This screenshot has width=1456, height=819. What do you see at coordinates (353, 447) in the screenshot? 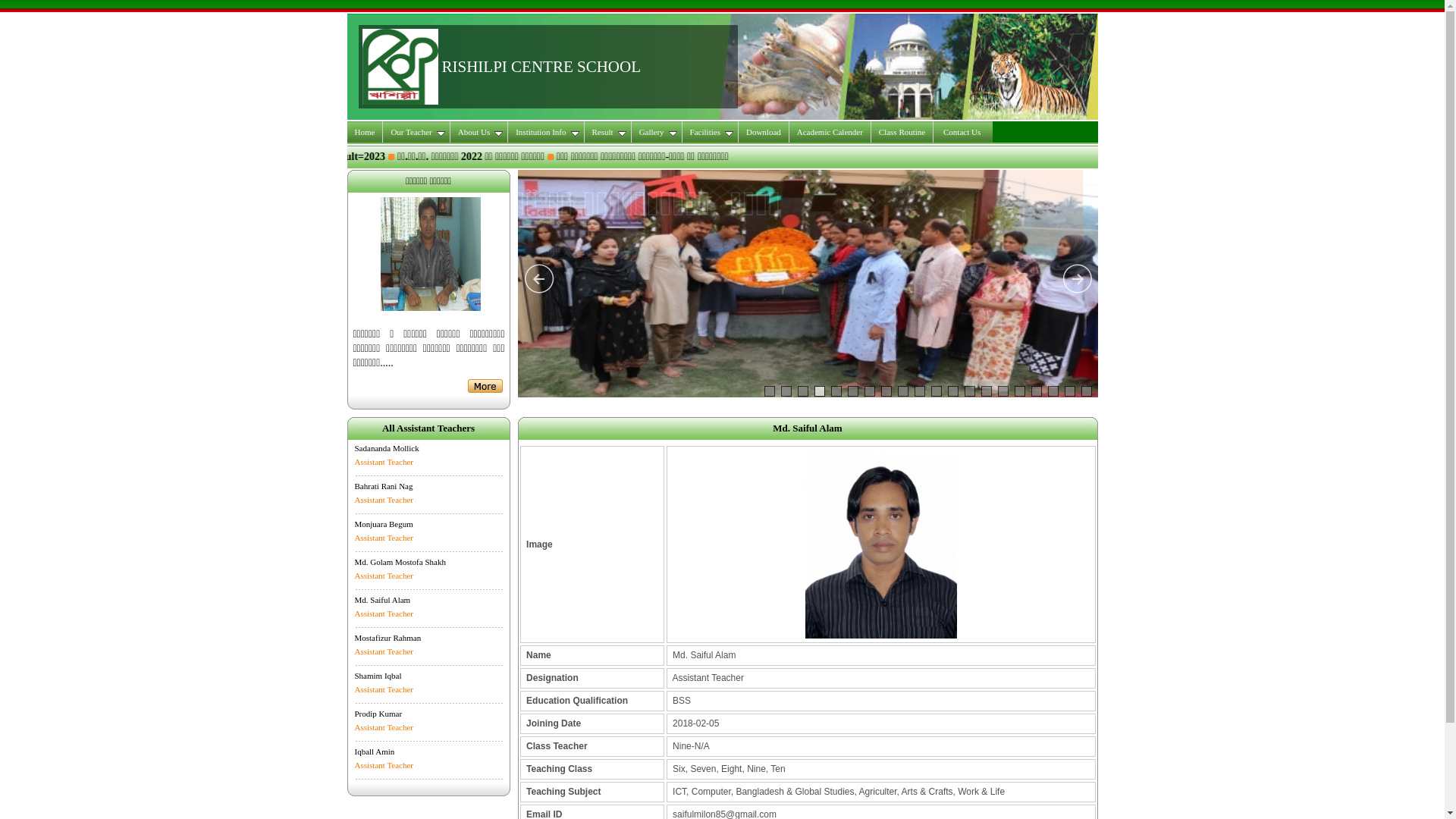
I see `'Sadananda Mollick'` at bounding box center [353, 447].